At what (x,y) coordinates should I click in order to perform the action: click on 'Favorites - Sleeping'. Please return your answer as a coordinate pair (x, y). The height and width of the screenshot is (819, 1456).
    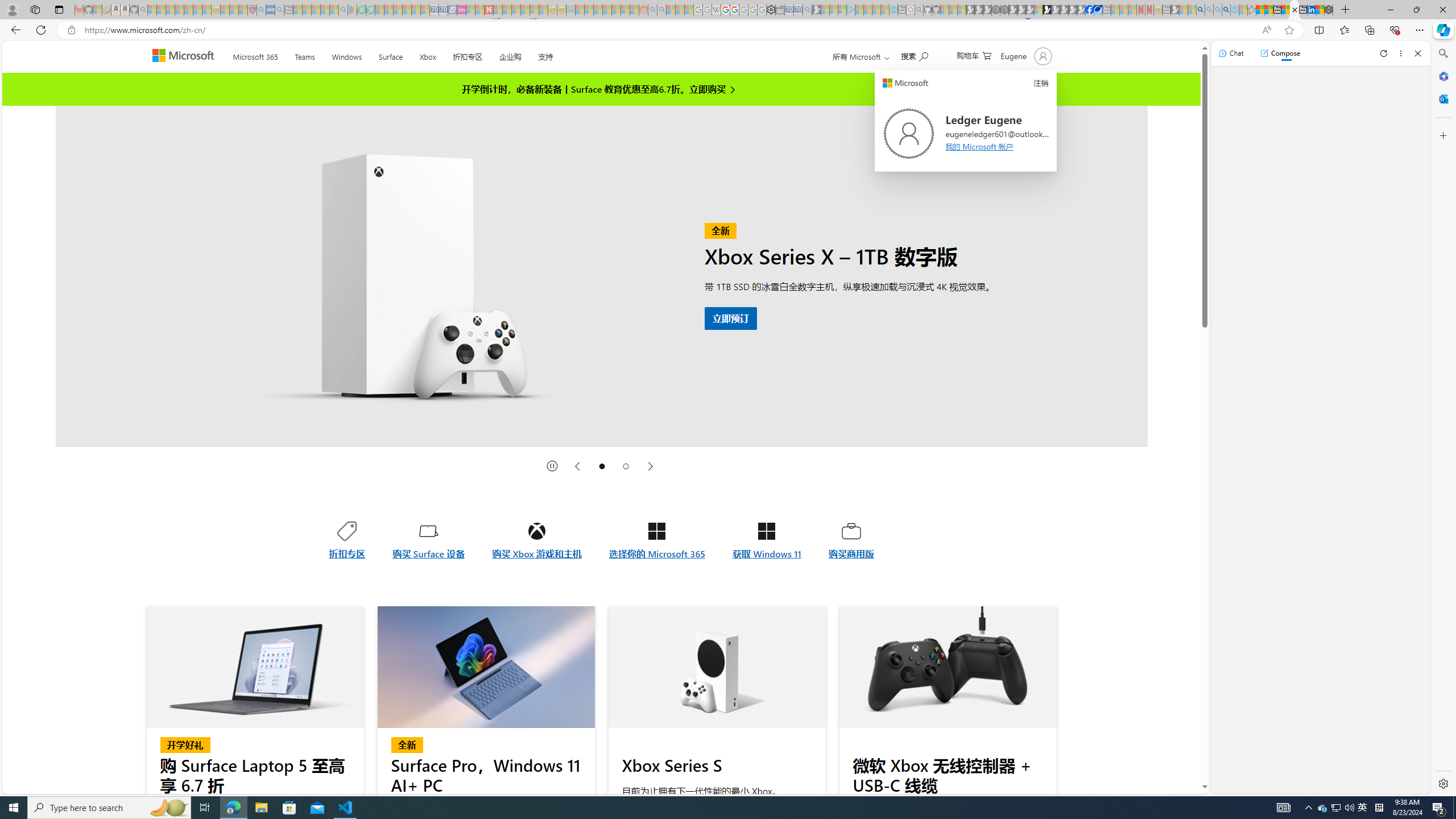
    Looking at the image, I should click on (1252, 9).